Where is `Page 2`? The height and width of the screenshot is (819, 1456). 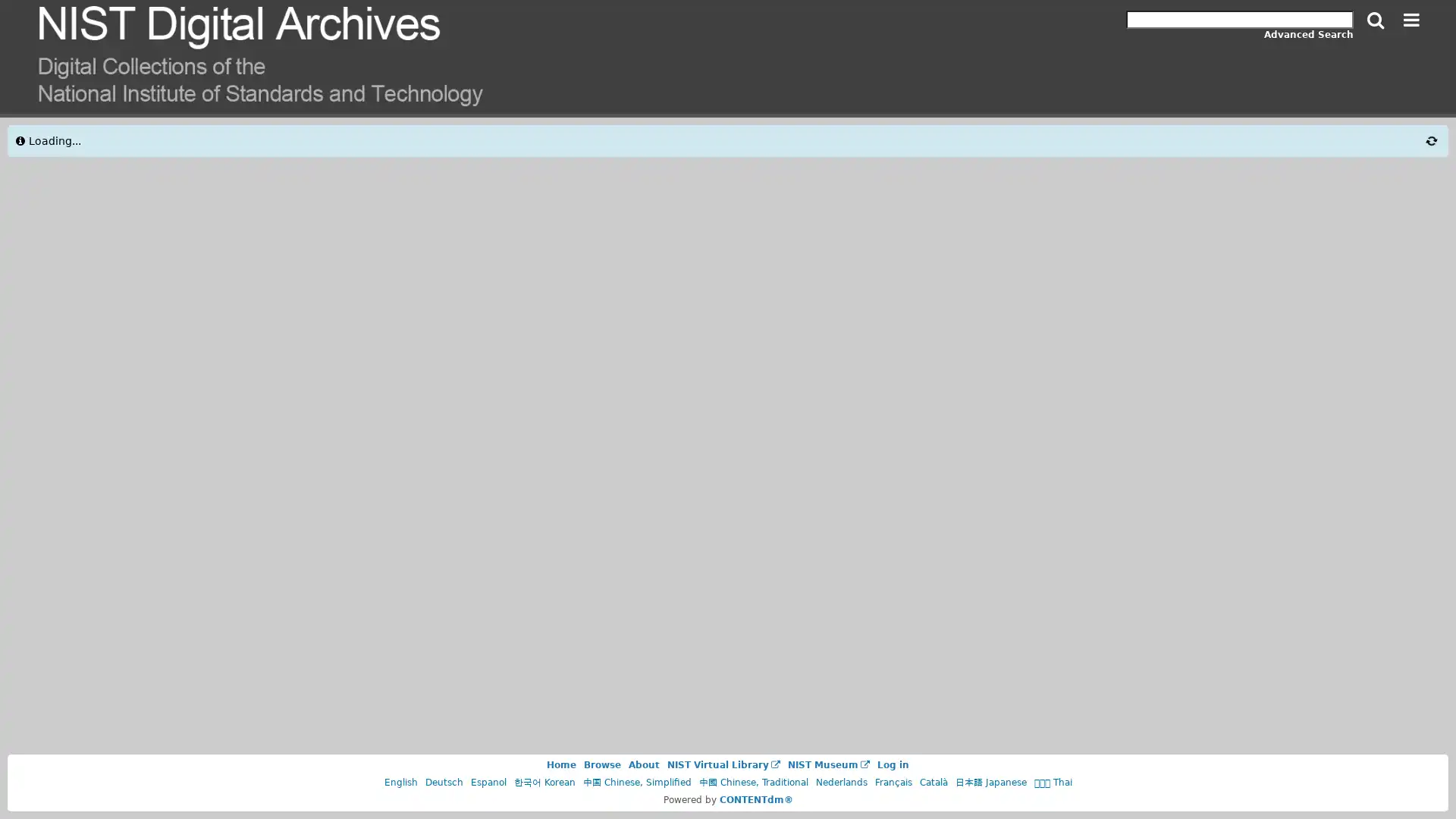 Page 2 is located at coordinates (874, 186).